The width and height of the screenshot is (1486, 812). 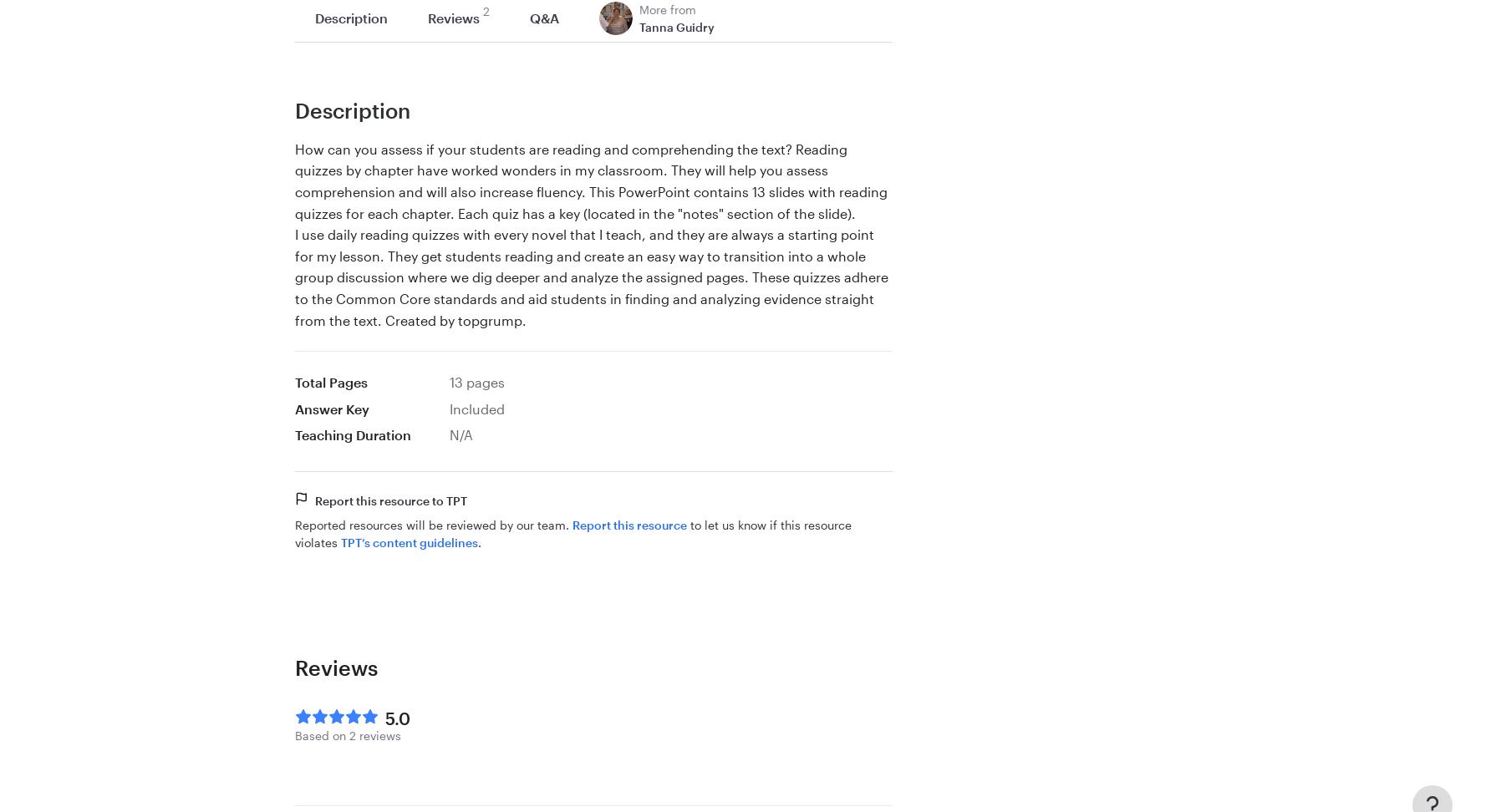 What do you see at coordinates (313, 499) in the screenshot?
I see `'Report this resource to TPT'` at bounding box center [313, 499].